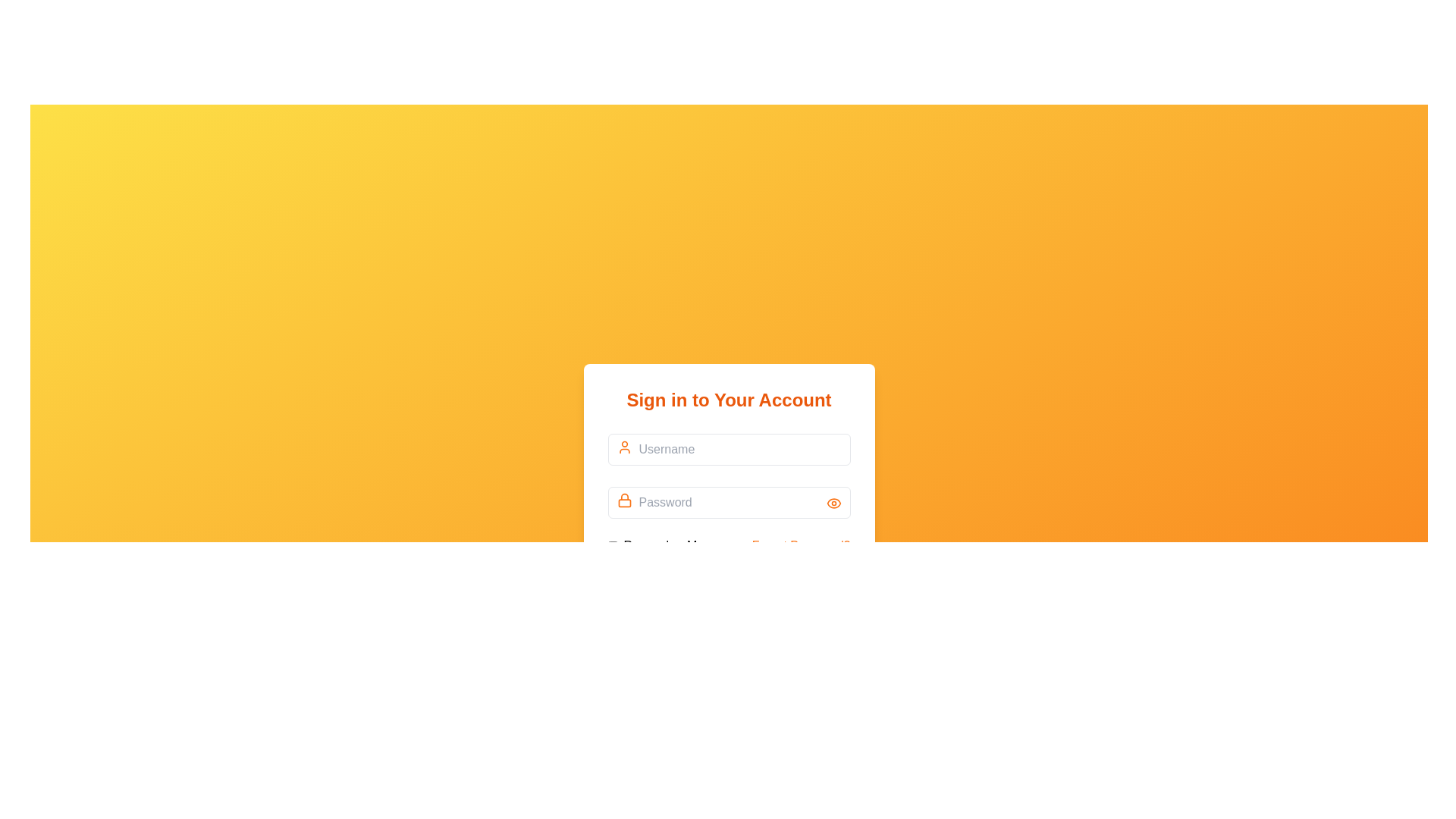  What do you see at coordinates (624, 500) in the screenshot?
I see `the bright orange lock icon located at the top left corner inside the password input field` at bounding box center [624, 500].